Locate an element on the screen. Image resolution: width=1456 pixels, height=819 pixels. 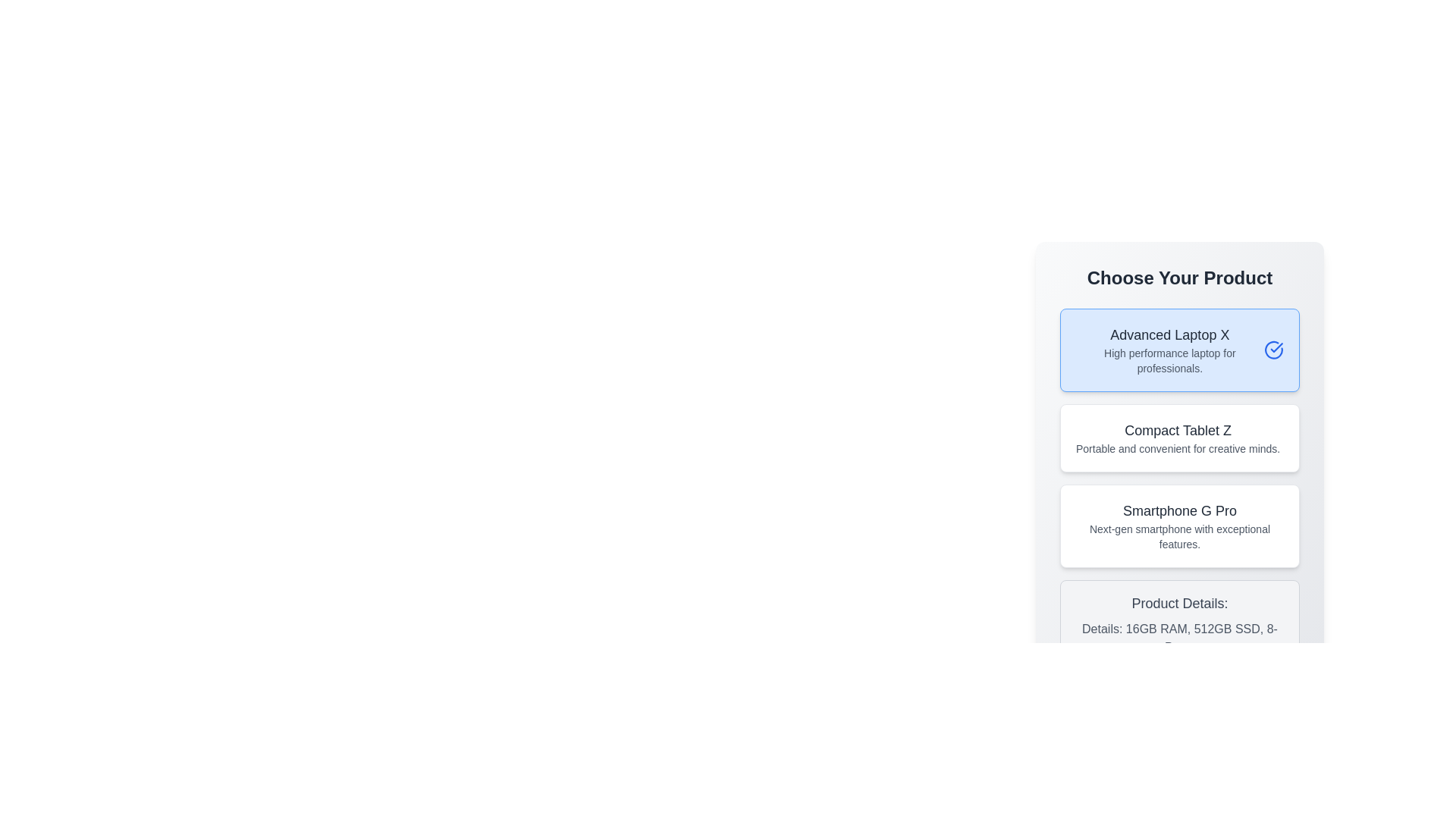
the visual indicator icon for the selected item 'Advanced Laptop X' located at the far-right side of the card is located at coordinates (1273, 350).